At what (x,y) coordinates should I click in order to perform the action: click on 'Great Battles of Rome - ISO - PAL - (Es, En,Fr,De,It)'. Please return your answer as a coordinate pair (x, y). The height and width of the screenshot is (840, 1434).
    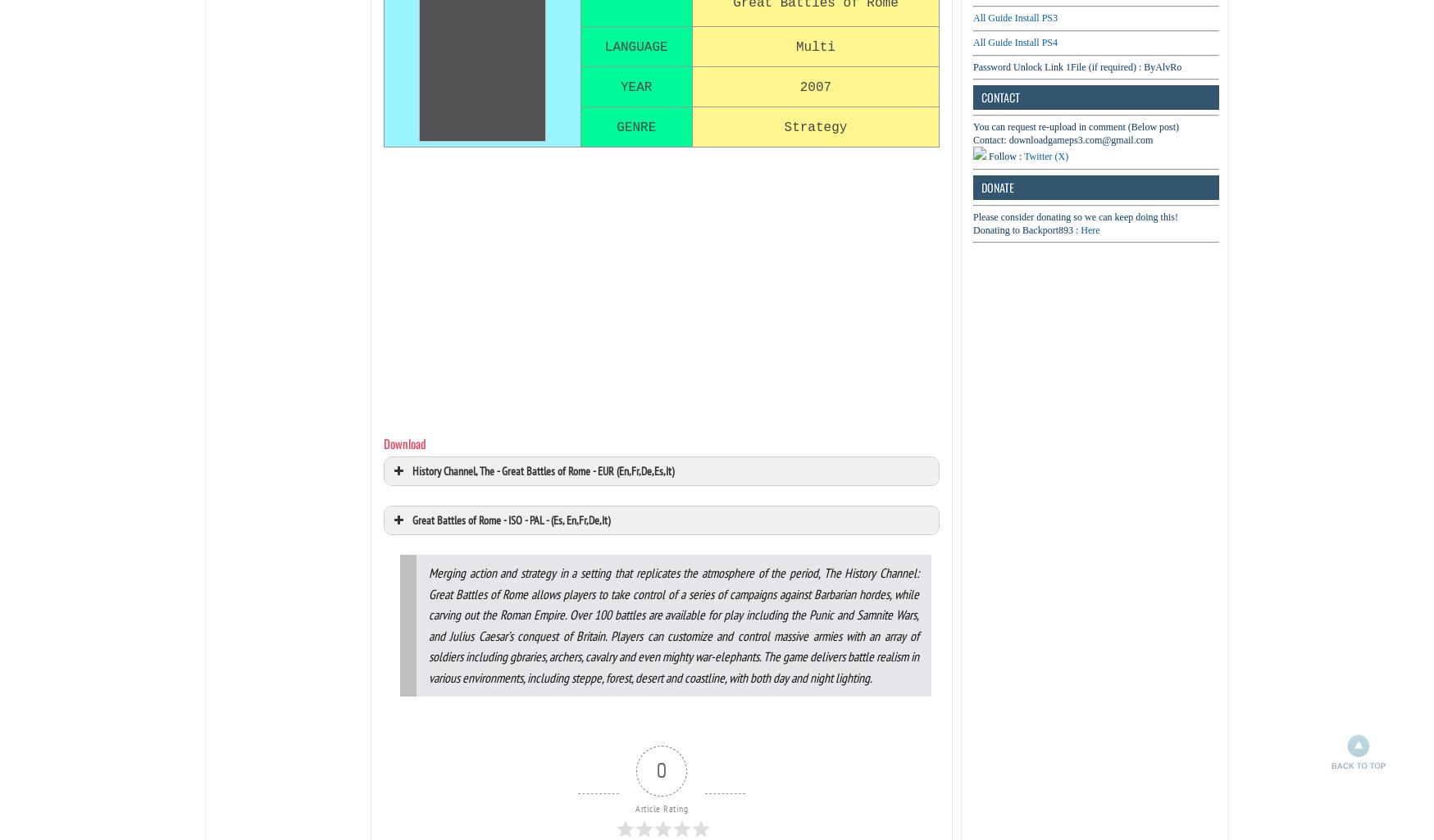
    Looking at the image, I should click on (412, 518).